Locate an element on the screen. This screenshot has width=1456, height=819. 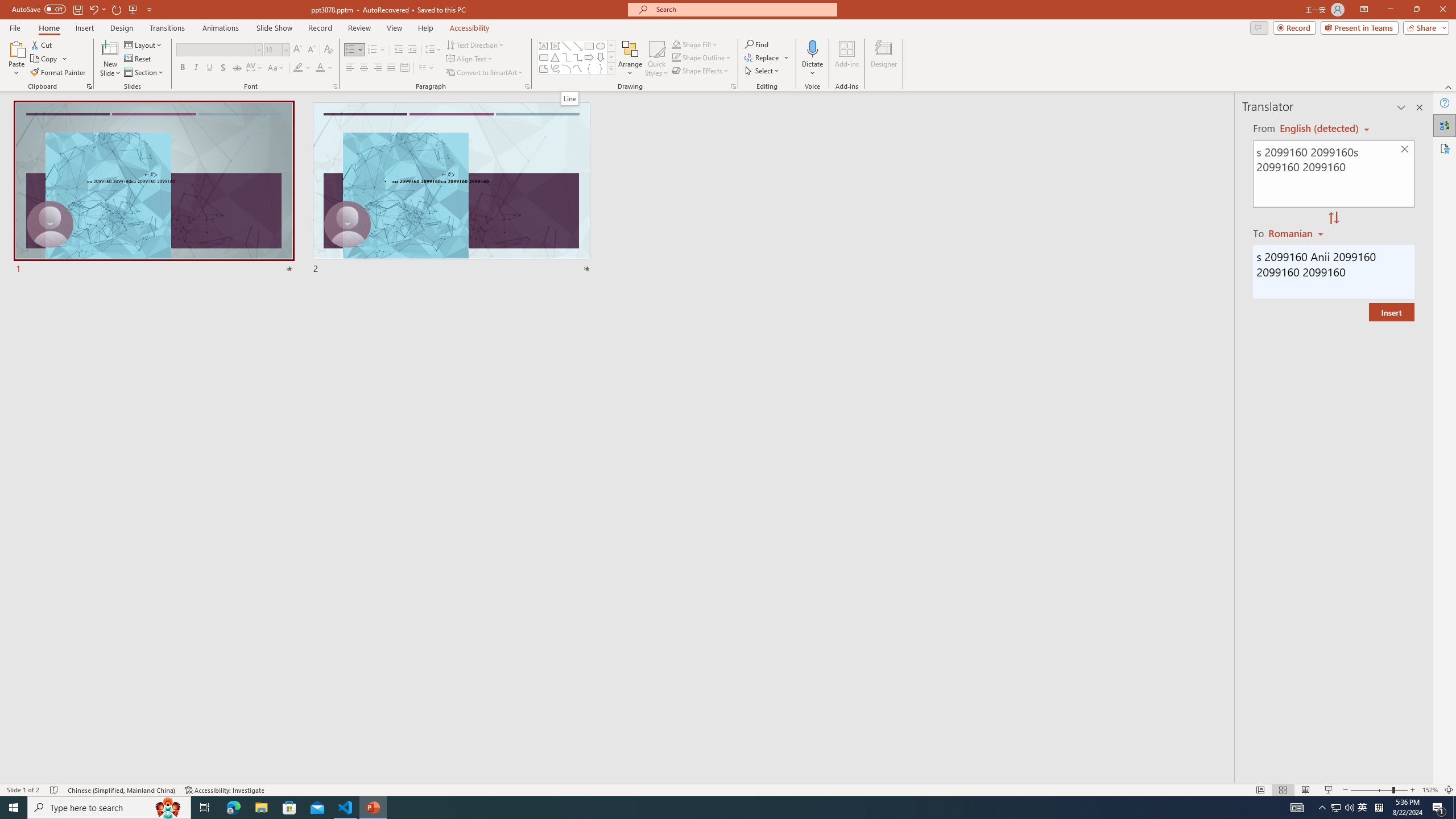
'Text Box' is located at coordinates (543, 45).